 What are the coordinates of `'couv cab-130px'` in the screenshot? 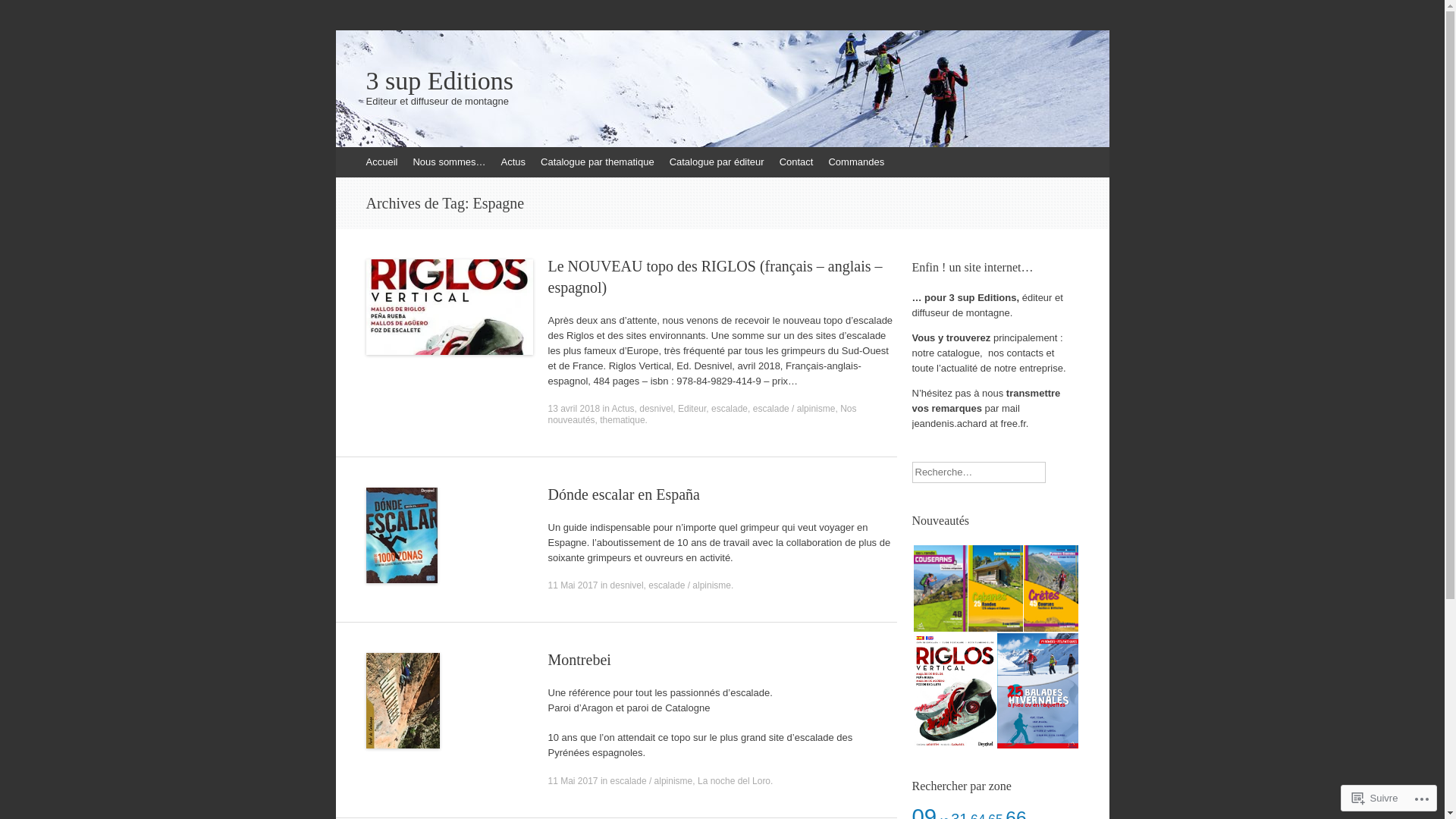 It's located at (994, 588).